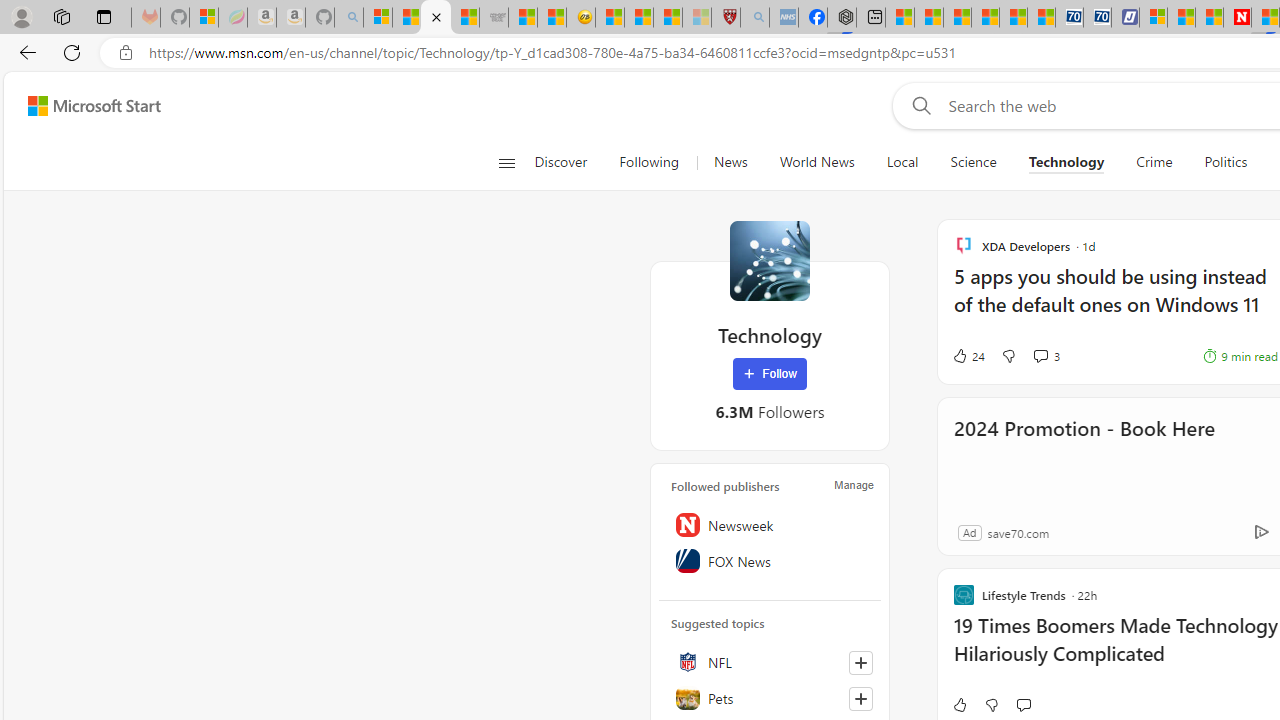 The image size is (1280, 720). Describe the element at coordinates (1018, 531) in the screenshot. I see `'save70.com'` at that location.